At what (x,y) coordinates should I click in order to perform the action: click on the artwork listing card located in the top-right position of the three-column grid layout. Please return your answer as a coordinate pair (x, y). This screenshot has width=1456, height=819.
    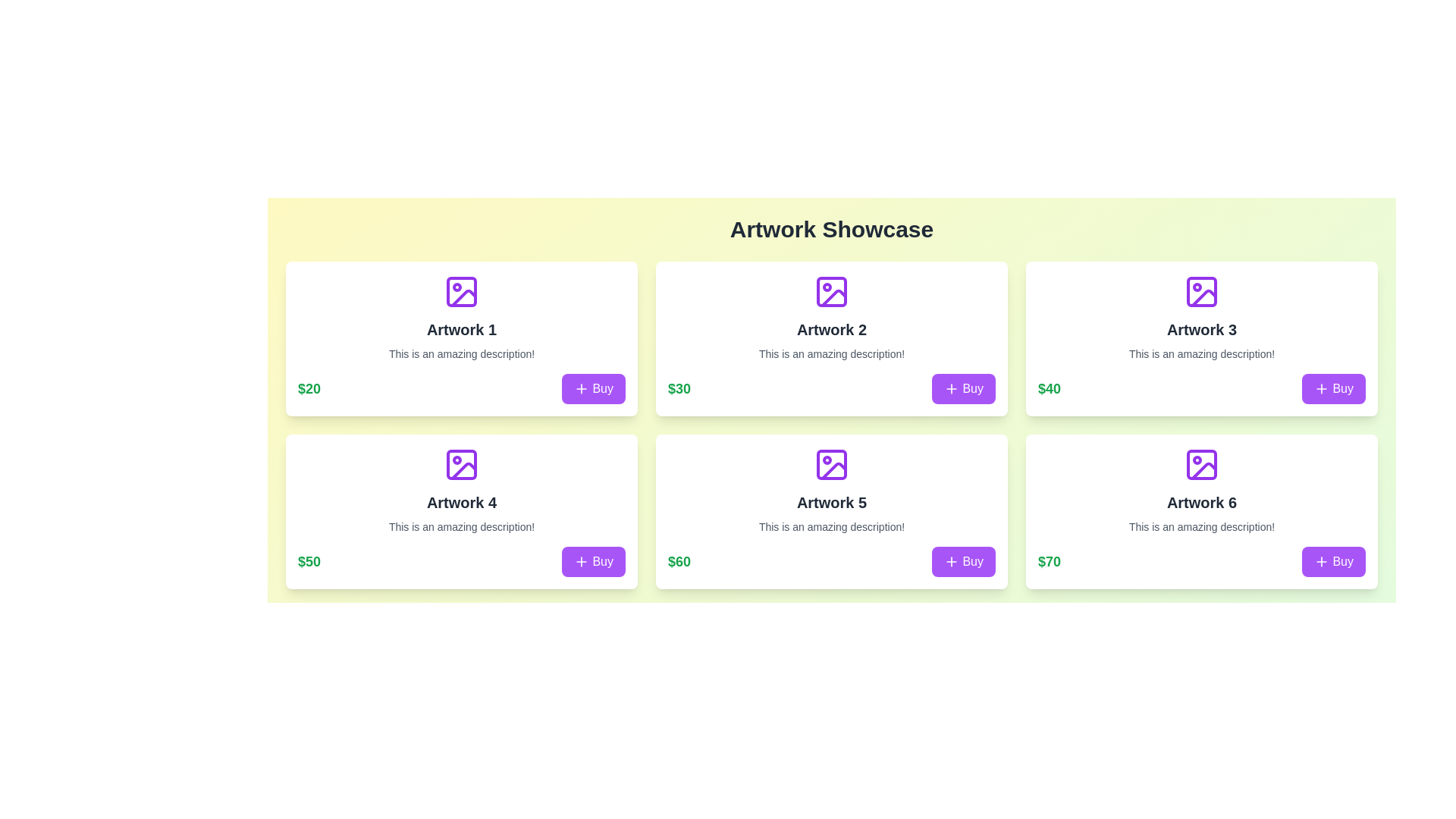
    Looking at the image, I should click on (1200, 338).